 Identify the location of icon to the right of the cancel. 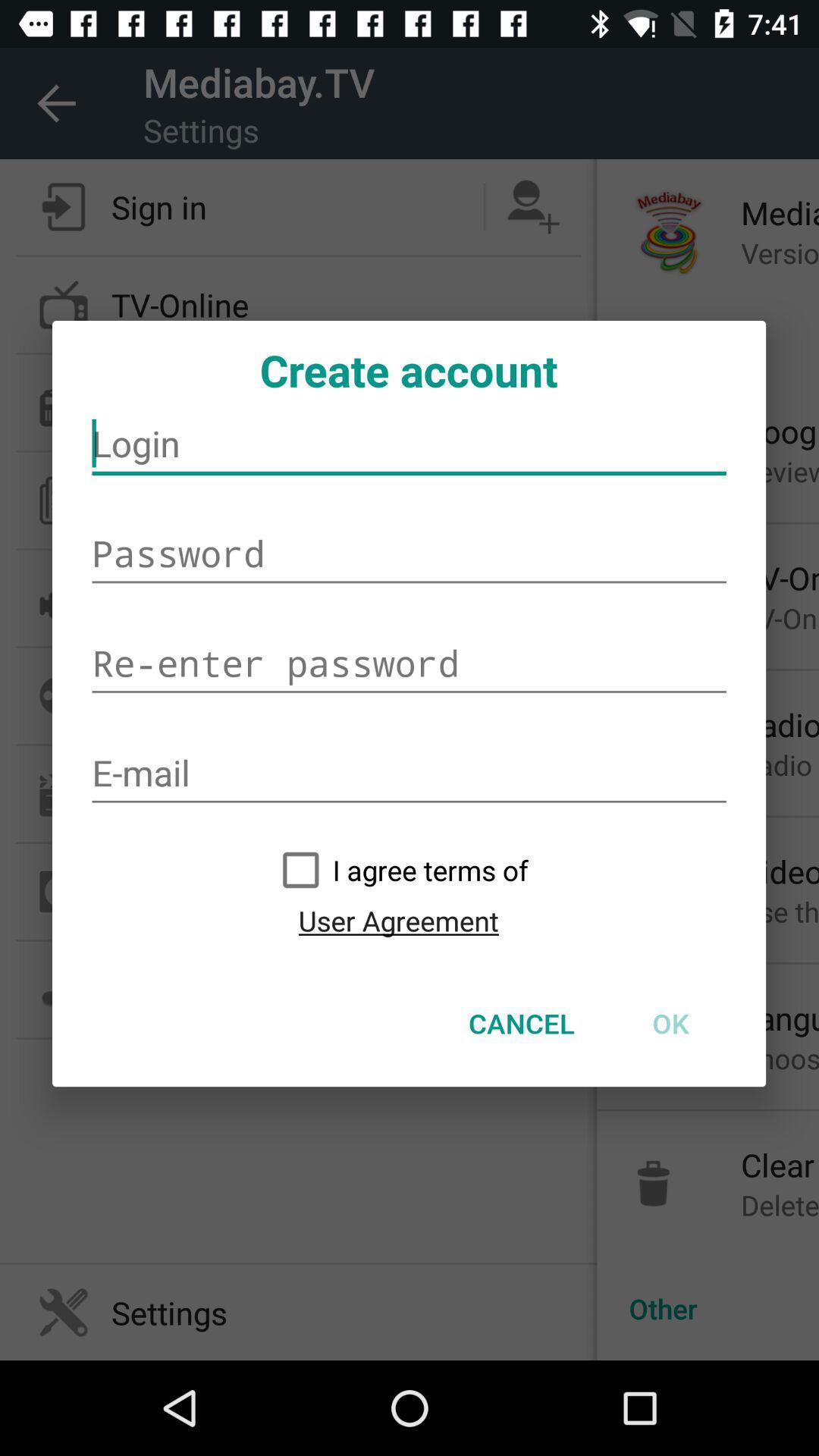
(670, 1023).